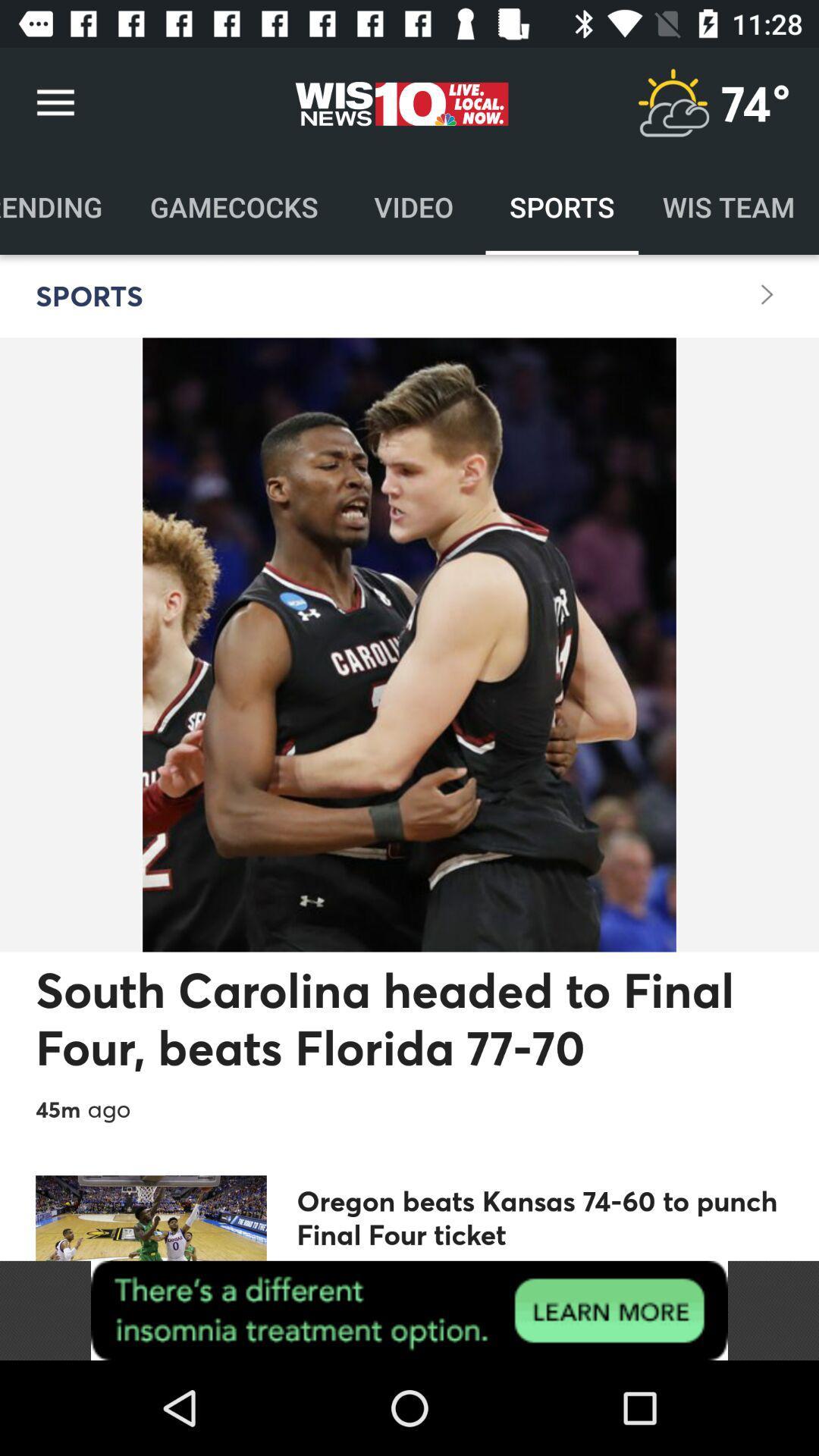 Image resolution: width=819 pixels, height=1456 pixels. Describe the element at coordinates (409, 1310) in the screenshot. I see `visit insomnia website` at that location.